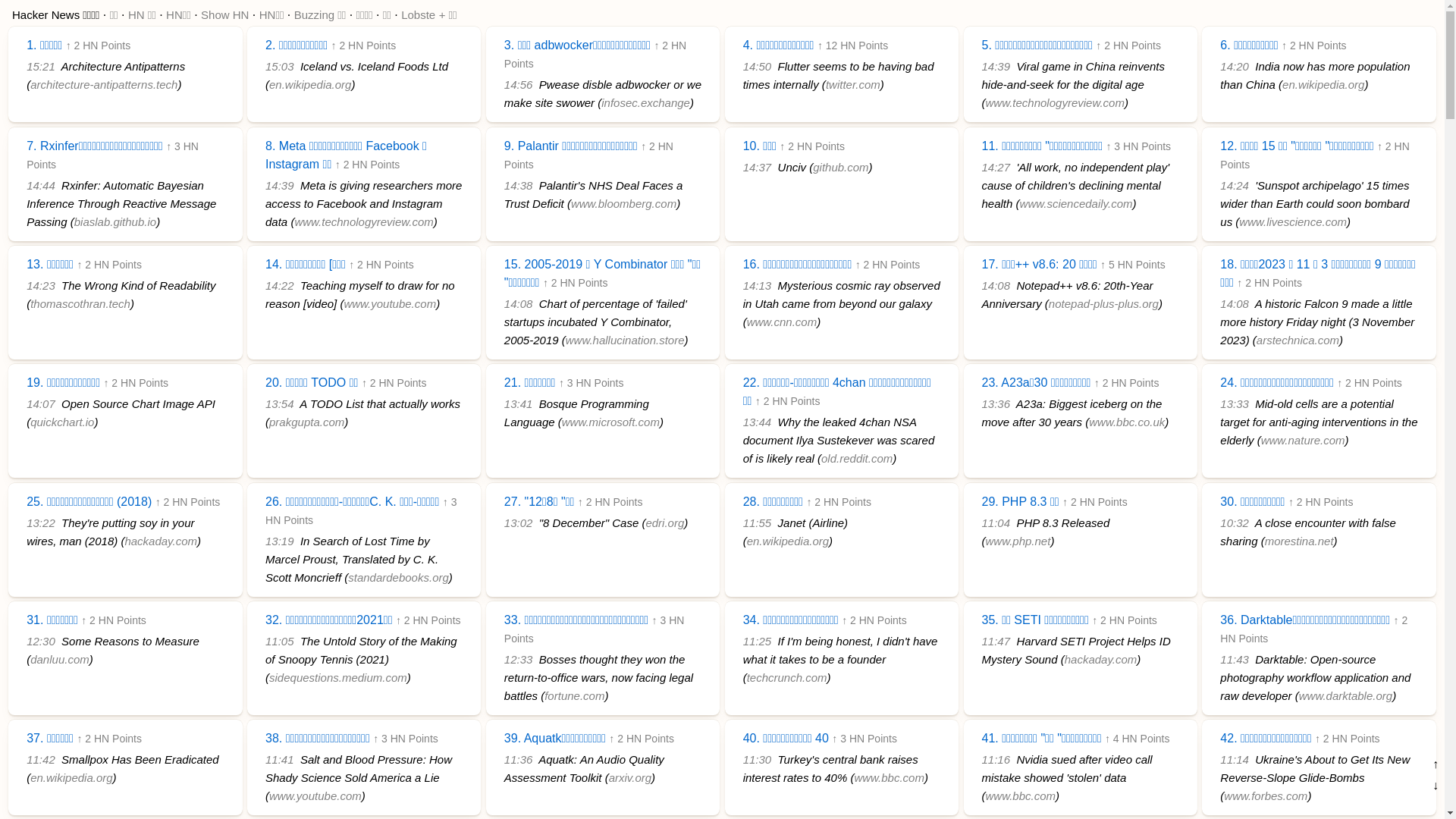 Image resolution: width=1456 pixels, height=819 pixels. I want to click on '10:32', so click(1234, 522).